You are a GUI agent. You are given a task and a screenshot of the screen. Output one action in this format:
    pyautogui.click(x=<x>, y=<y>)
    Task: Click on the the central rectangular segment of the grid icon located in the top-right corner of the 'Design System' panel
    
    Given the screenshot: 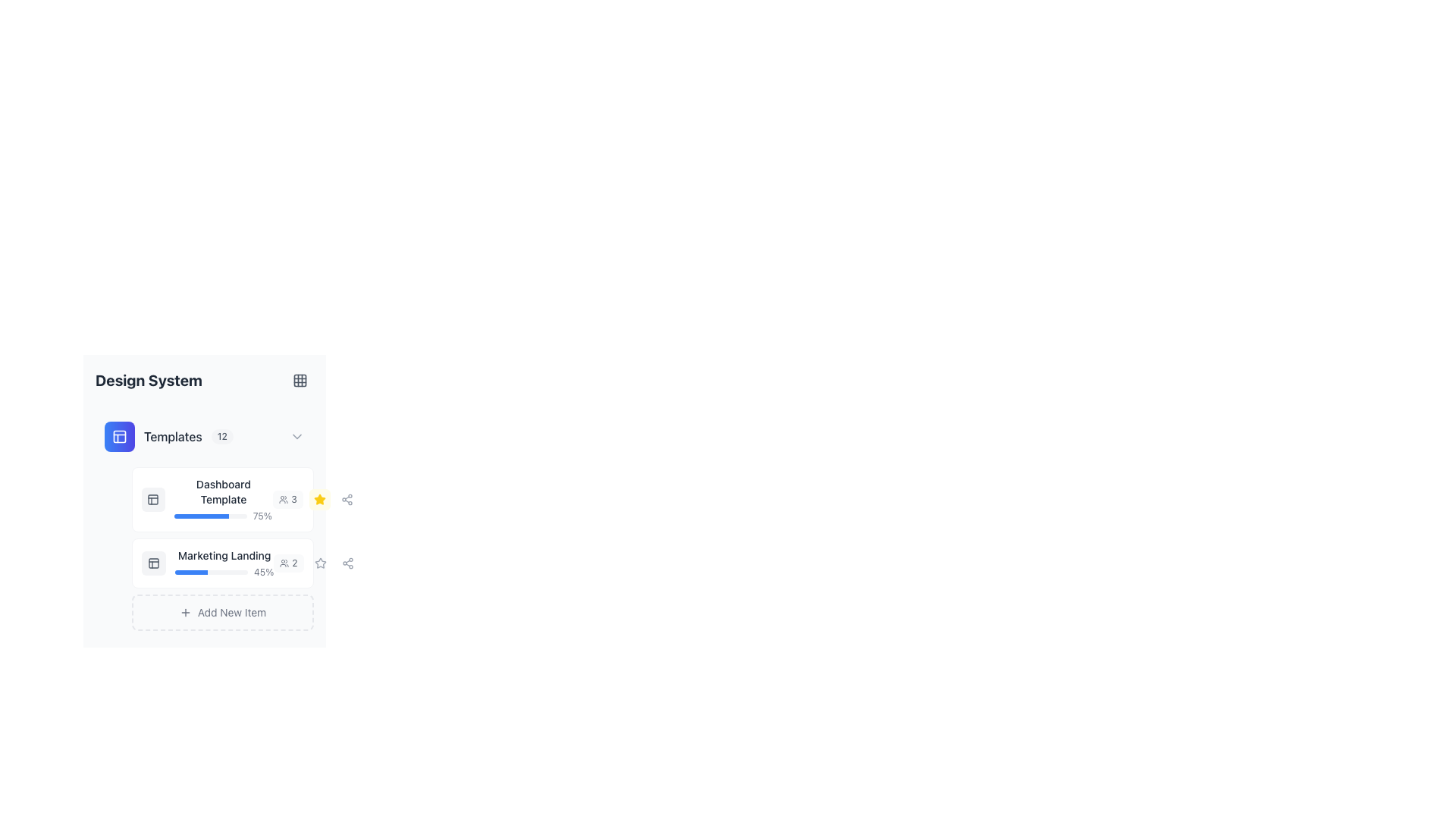 What is the action you would take?
    pyautogui.click(x=300, y=379)
    